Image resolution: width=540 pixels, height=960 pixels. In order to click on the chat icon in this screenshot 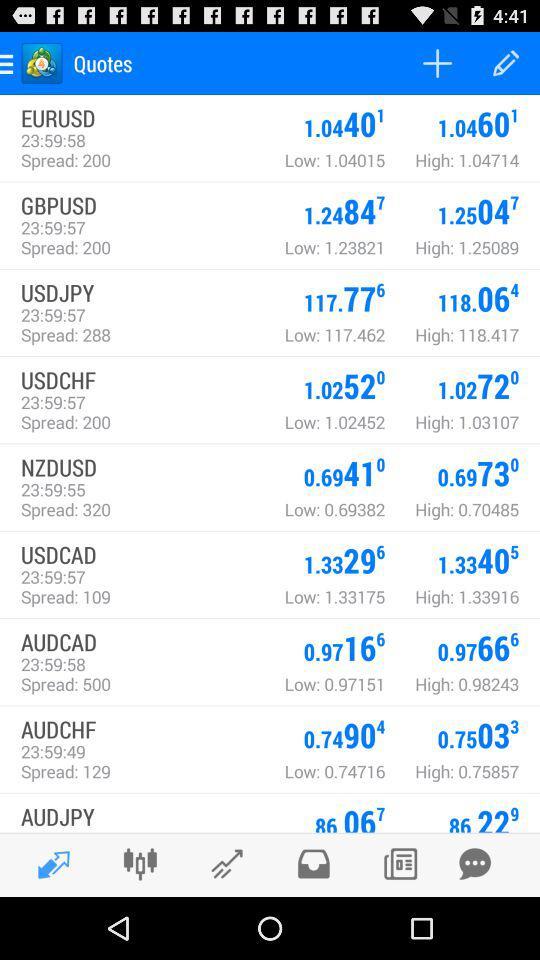, I will do `click(474, 924)`.